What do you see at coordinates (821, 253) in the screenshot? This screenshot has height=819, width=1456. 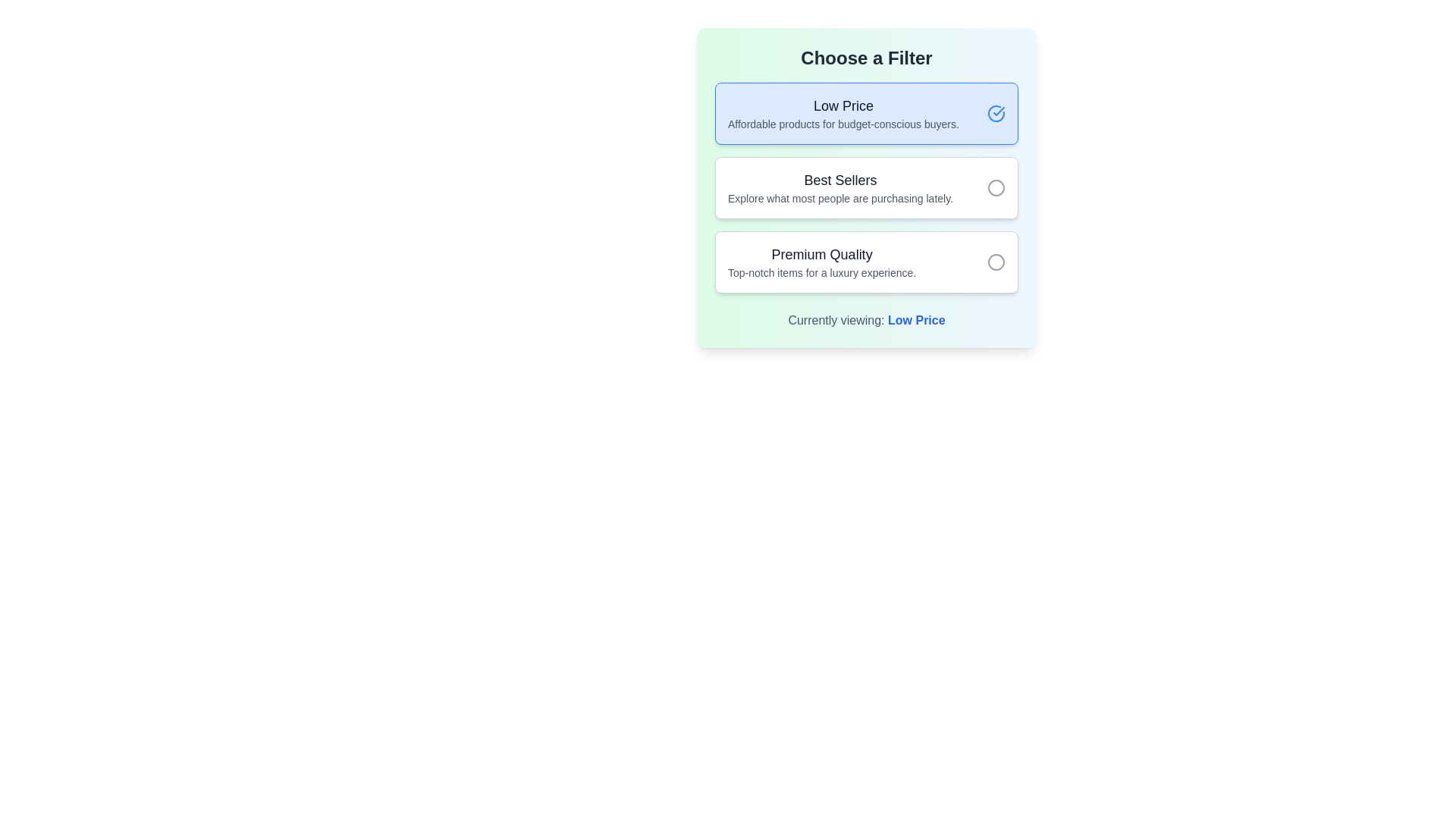 I see `the static text element titled 'Premium Quality', which is the third filter option in the list of filters, positioned below 'Best Sellers'` at bounding box center [821, 253].